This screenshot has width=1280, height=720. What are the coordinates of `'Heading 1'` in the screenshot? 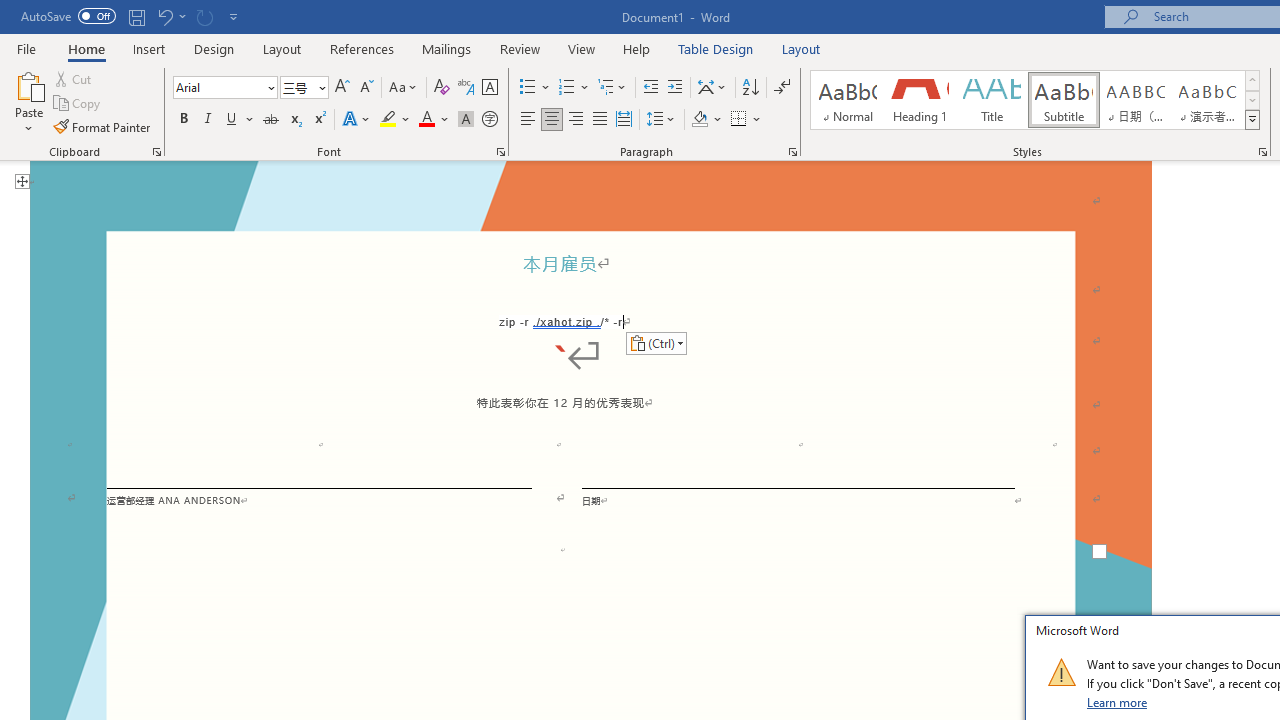 It's located at (919, 100).